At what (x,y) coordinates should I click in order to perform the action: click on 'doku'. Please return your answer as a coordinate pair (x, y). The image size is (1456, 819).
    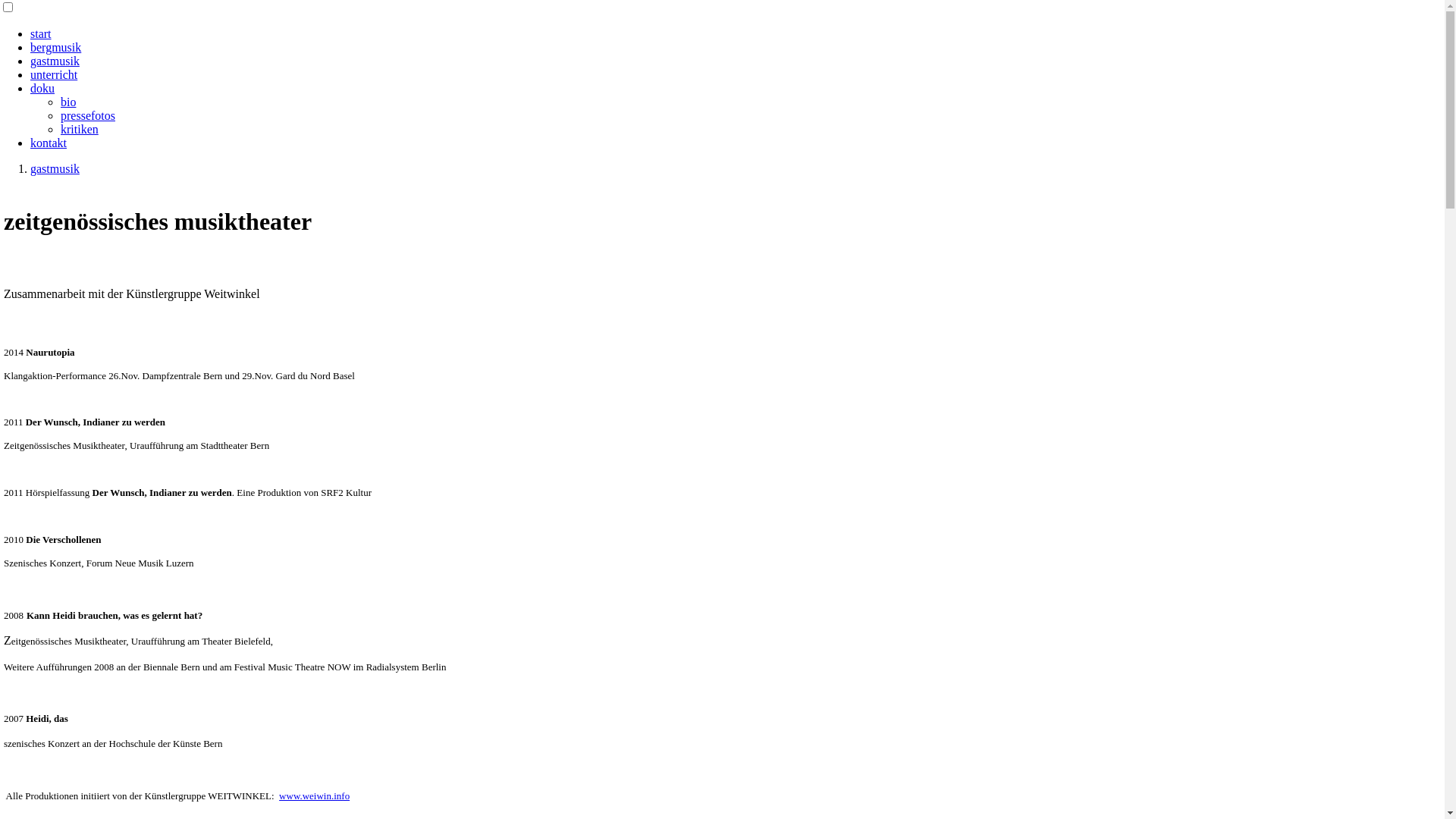
    Looking at the image, I should click on (30, 88).